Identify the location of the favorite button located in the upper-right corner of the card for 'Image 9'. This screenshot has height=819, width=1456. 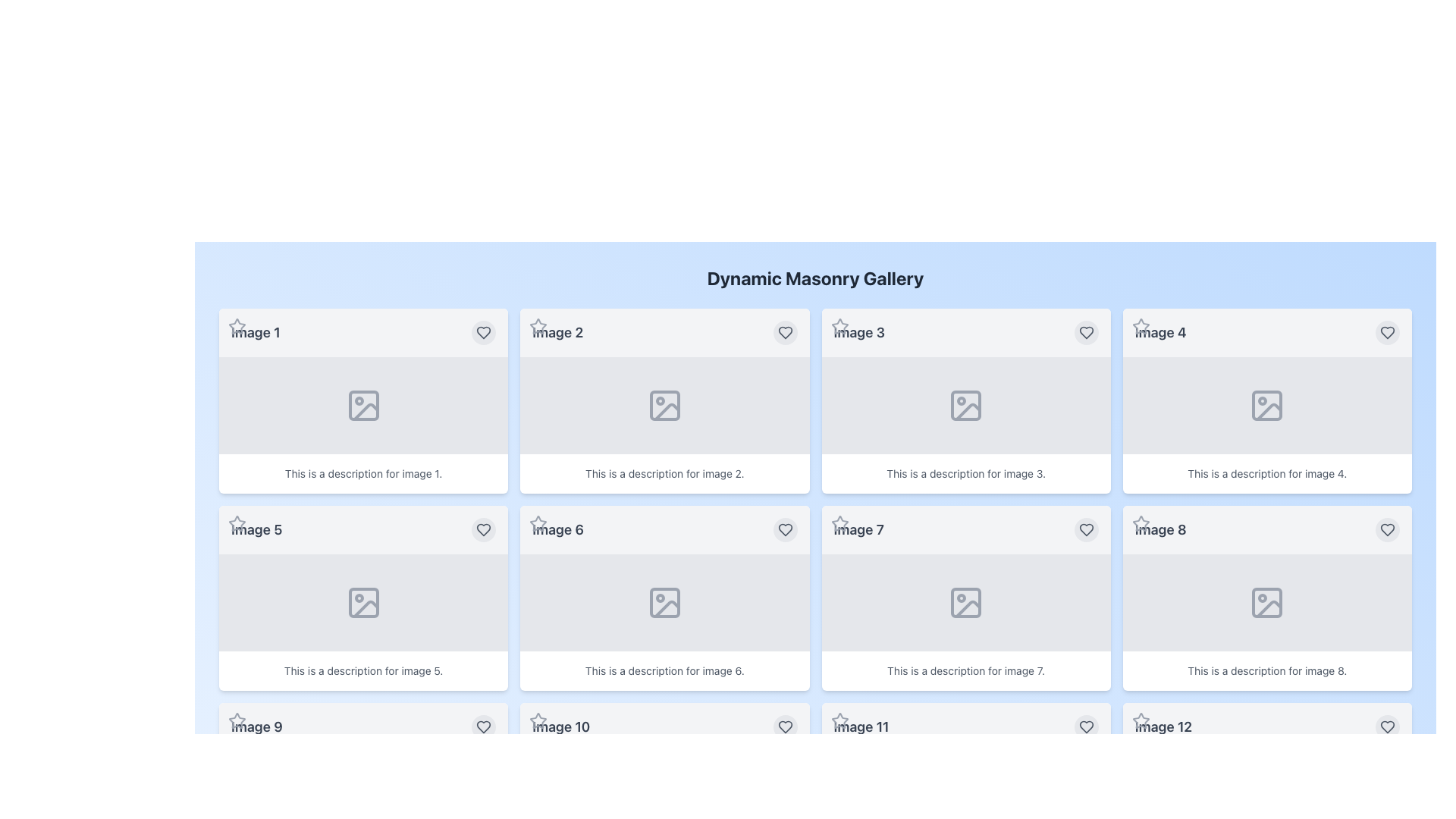
(483, 726).